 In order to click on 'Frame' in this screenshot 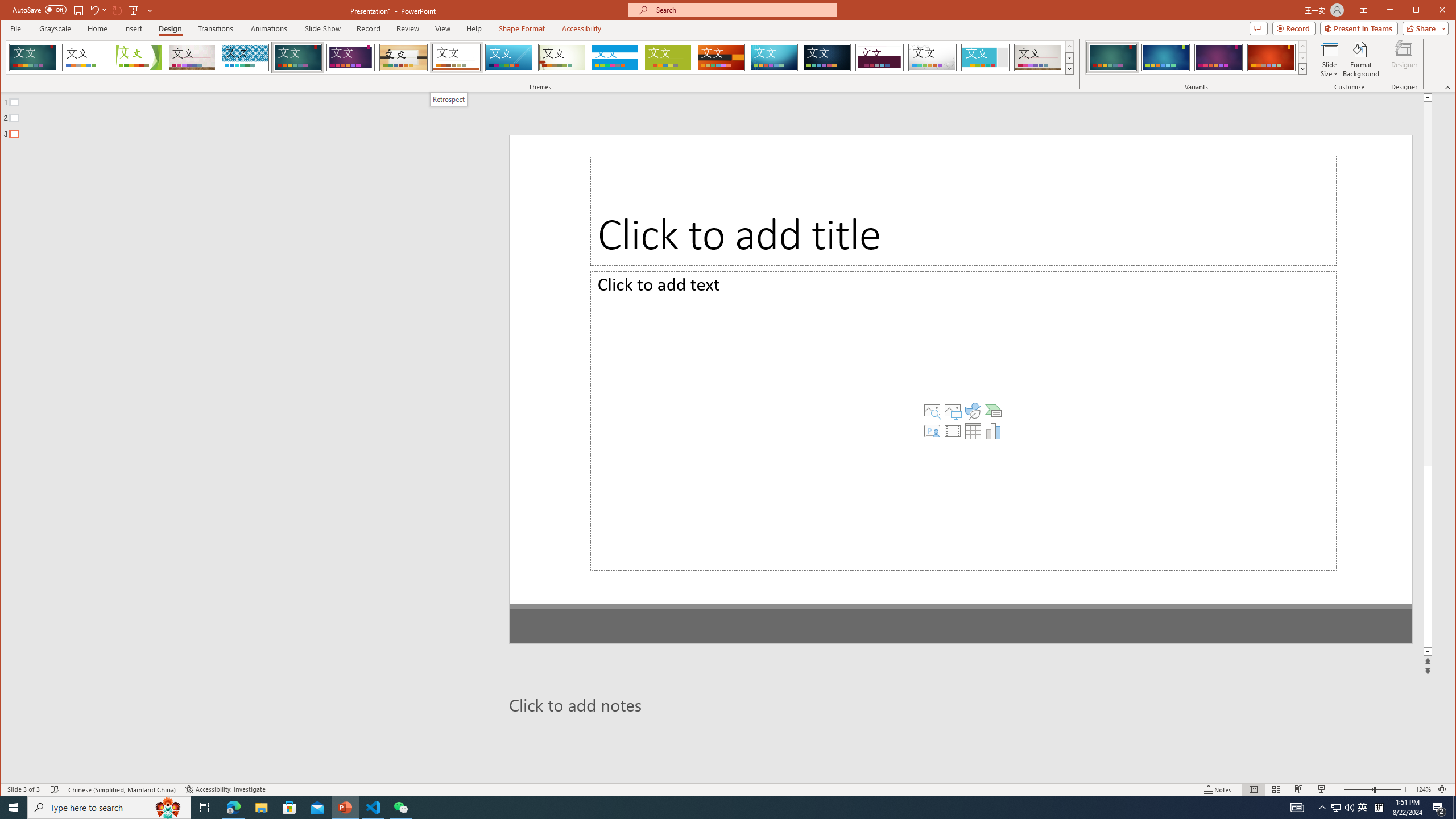, I will do `click(985, 57)`.